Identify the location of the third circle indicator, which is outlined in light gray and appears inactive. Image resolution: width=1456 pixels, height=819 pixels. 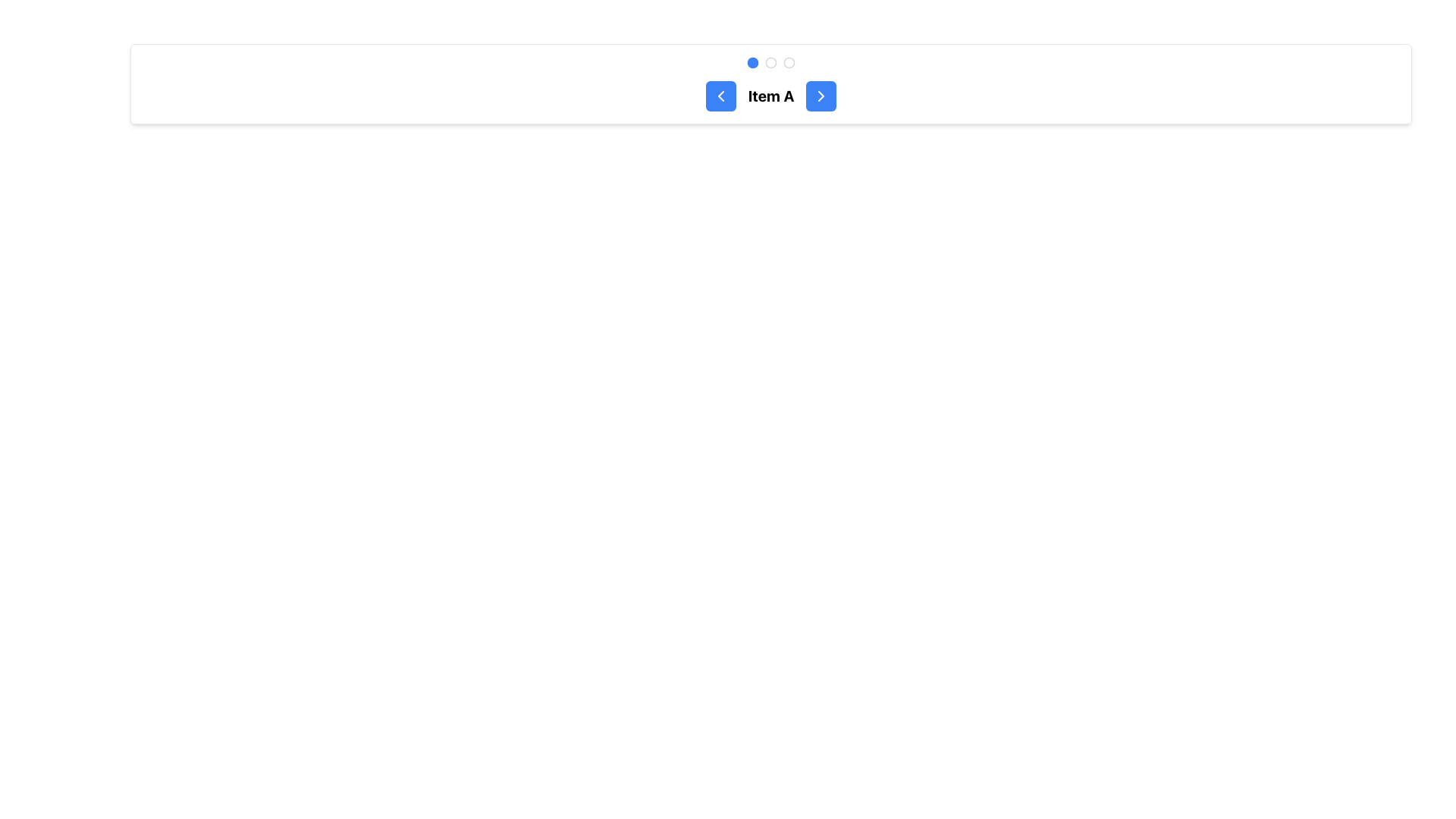
(789, 62).